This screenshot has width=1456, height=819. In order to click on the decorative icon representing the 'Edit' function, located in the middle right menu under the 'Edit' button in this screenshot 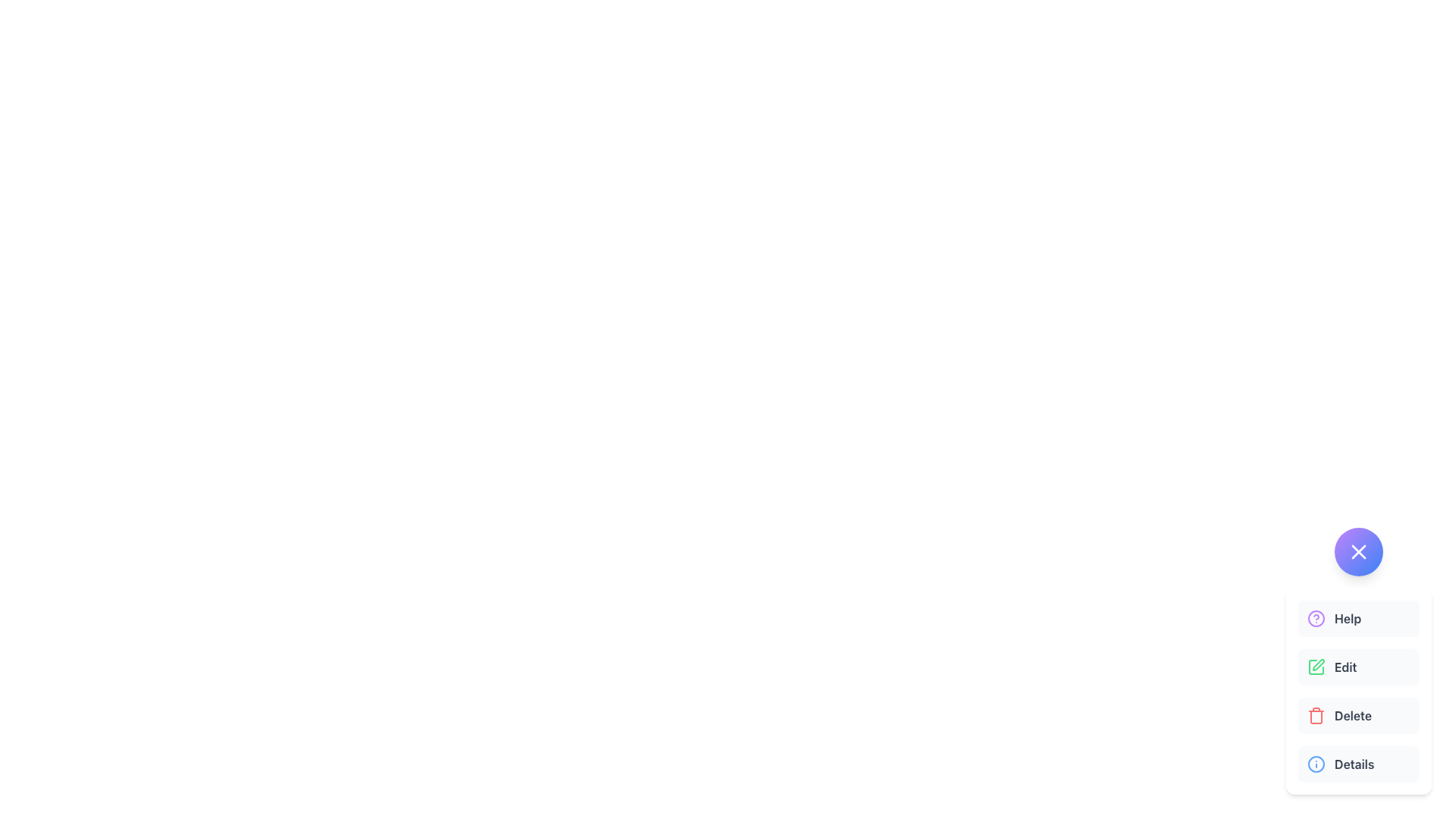, I will do `click(1317, 664)`.